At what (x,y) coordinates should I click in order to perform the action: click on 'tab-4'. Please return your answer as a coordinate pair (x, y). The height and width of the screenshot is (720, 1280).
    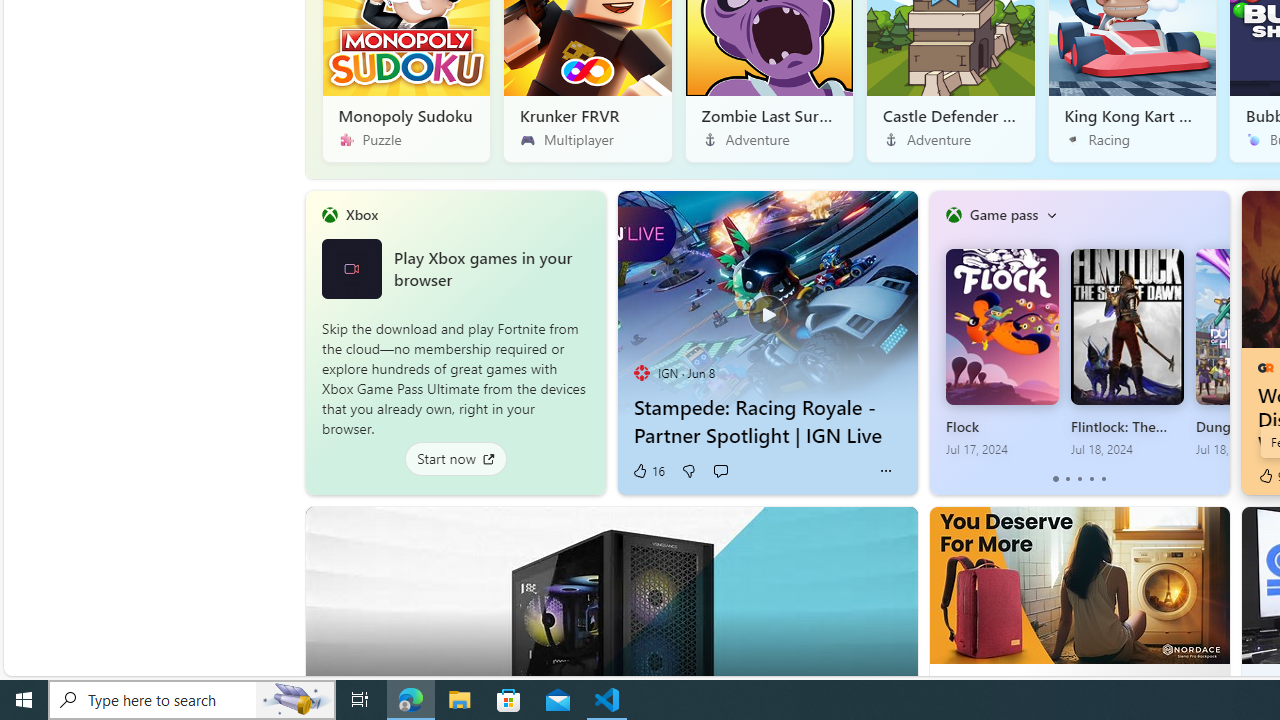
    Looking at the image, I should click on (1102, 479).